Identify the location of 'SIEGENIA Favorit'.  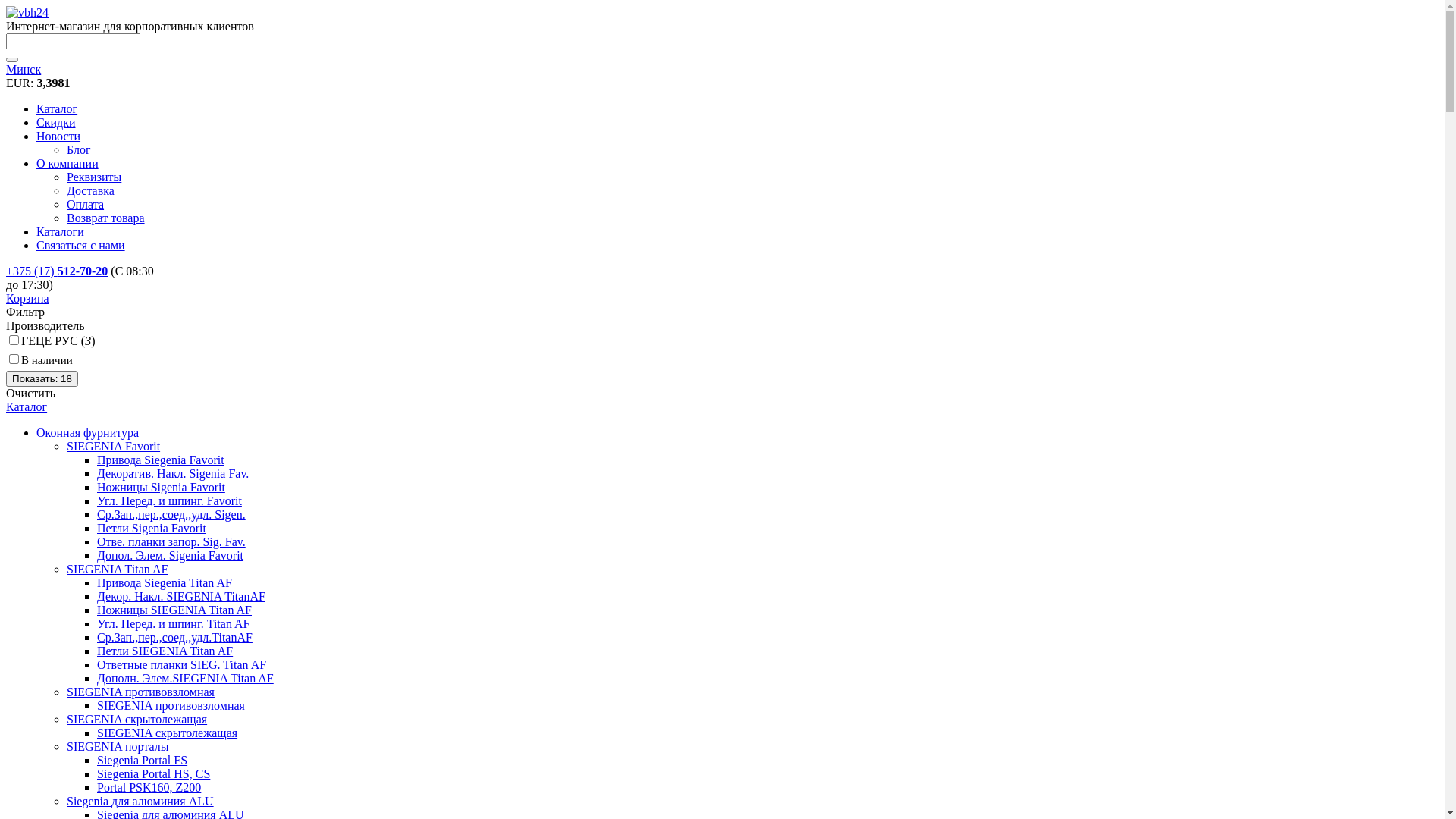
(112, 445).